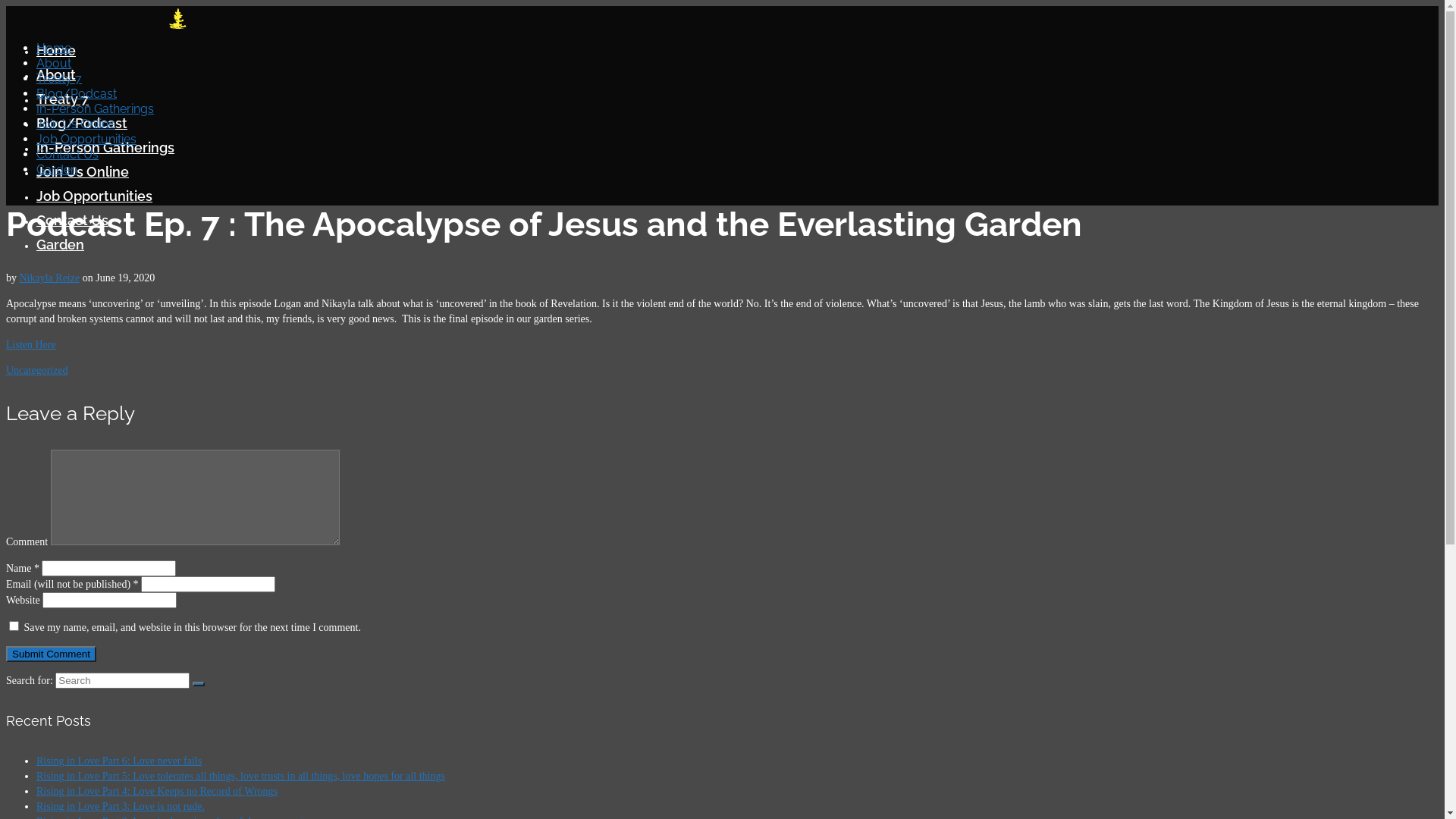 This screenshot has height=819, width=1456. What do you see at coordinates (19, 278) in the screenshot?
I see `'Nikayla Reize'` at bounding box center [19, 278].